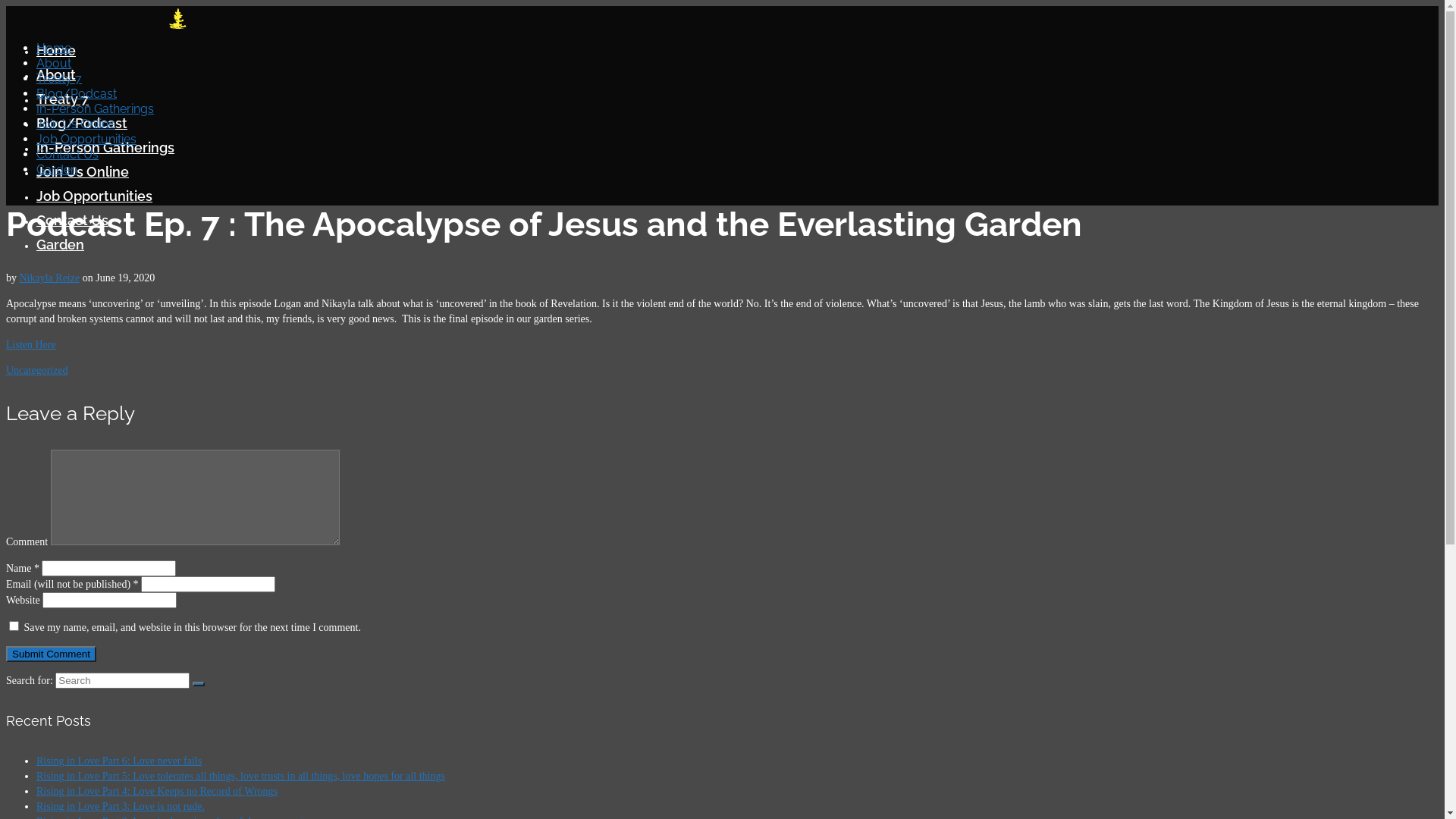 This screenshot has height=819, width=1456. What do you see at coordinates (19, 278) in the screenshot?
I see `'Nikayla Reize'` at bounding box center [19, 278].